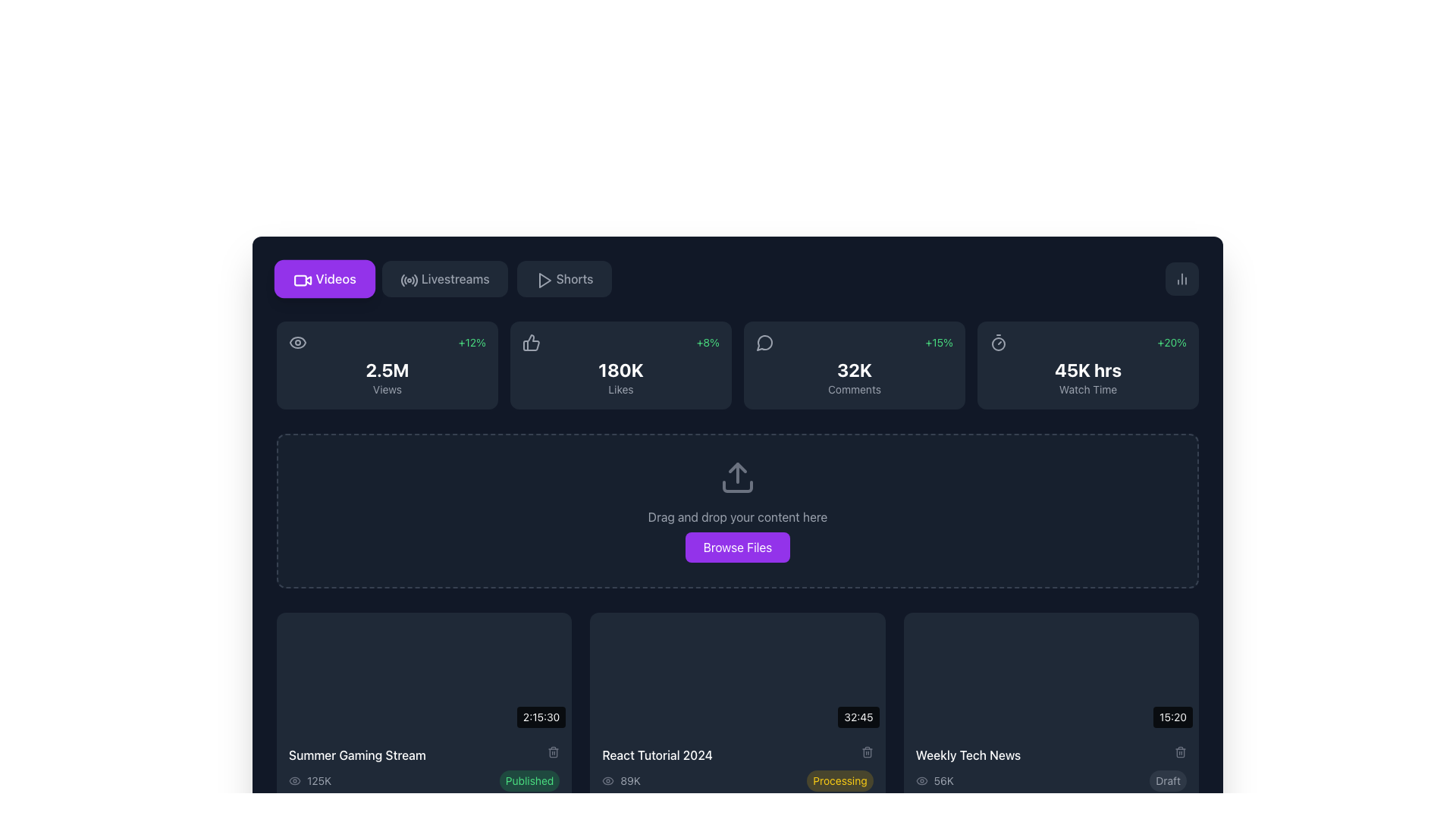 The image size is (1456, 819). I want to click on the 'Livestreams' button, which is the second button from the left in a row of three, featuring a dark gray background and an icon of radio waves on its left side, so click(444, 278).